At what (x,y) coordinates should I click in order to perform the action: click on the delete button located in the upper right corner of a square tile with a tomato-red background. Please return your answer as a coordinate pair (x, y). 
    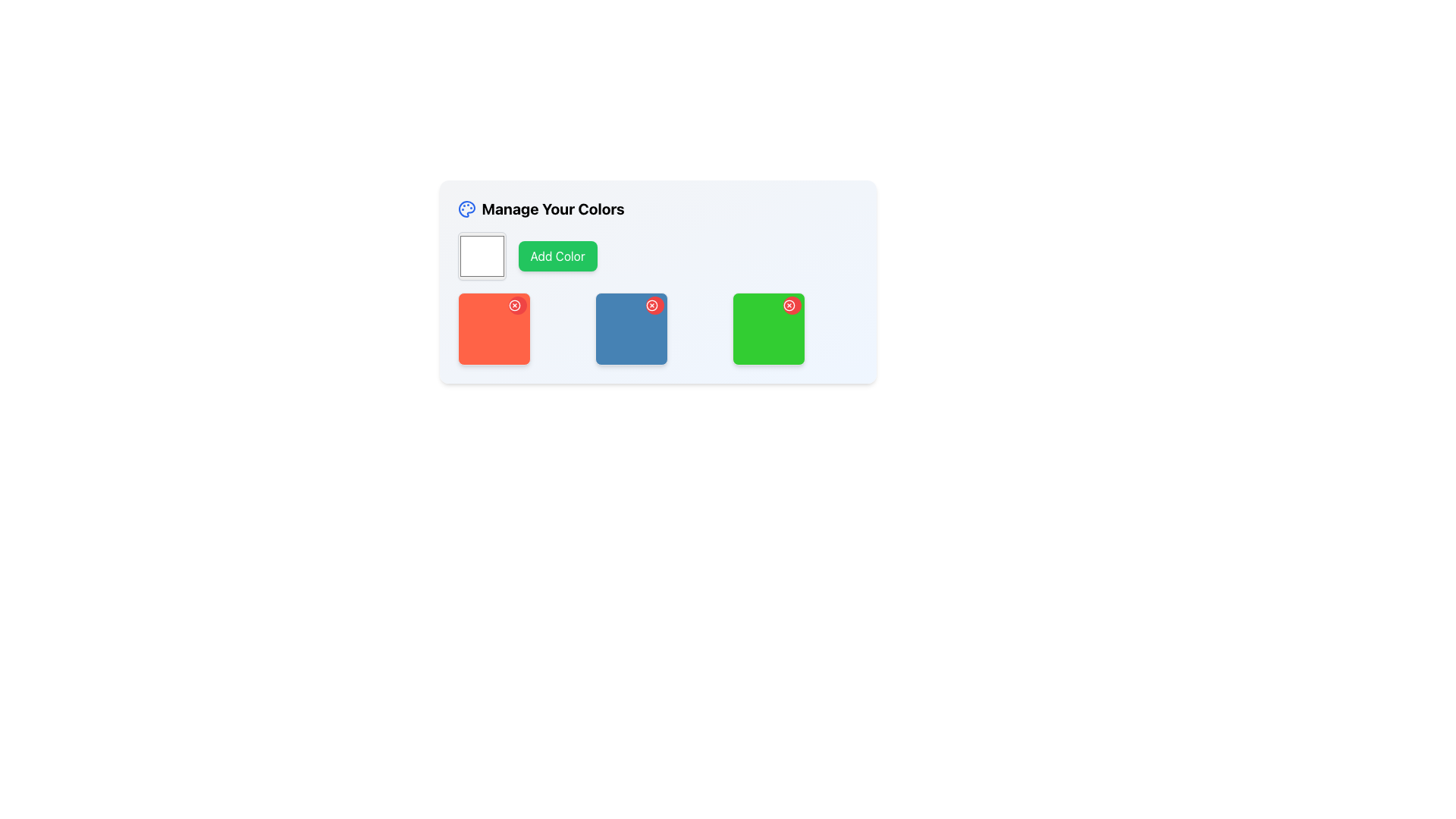
    Looking at the image, I should click on (517, 305).